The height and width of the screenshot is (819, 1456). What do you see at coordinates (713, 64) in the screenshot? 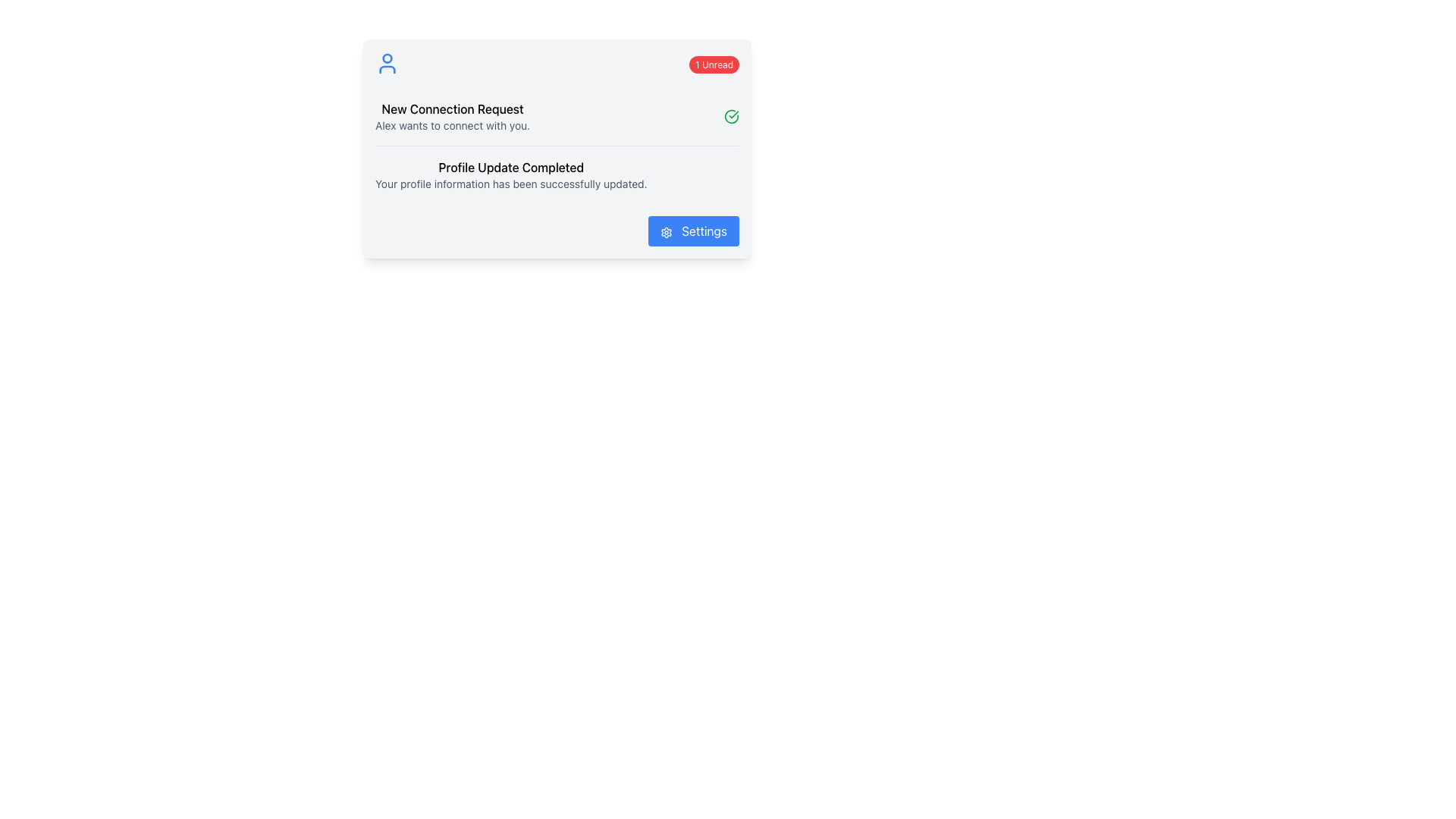
I see `the Notification Badge with red background and '1 Unread' text, located in the top-right corner of the card` at bounding box center [713, 64].